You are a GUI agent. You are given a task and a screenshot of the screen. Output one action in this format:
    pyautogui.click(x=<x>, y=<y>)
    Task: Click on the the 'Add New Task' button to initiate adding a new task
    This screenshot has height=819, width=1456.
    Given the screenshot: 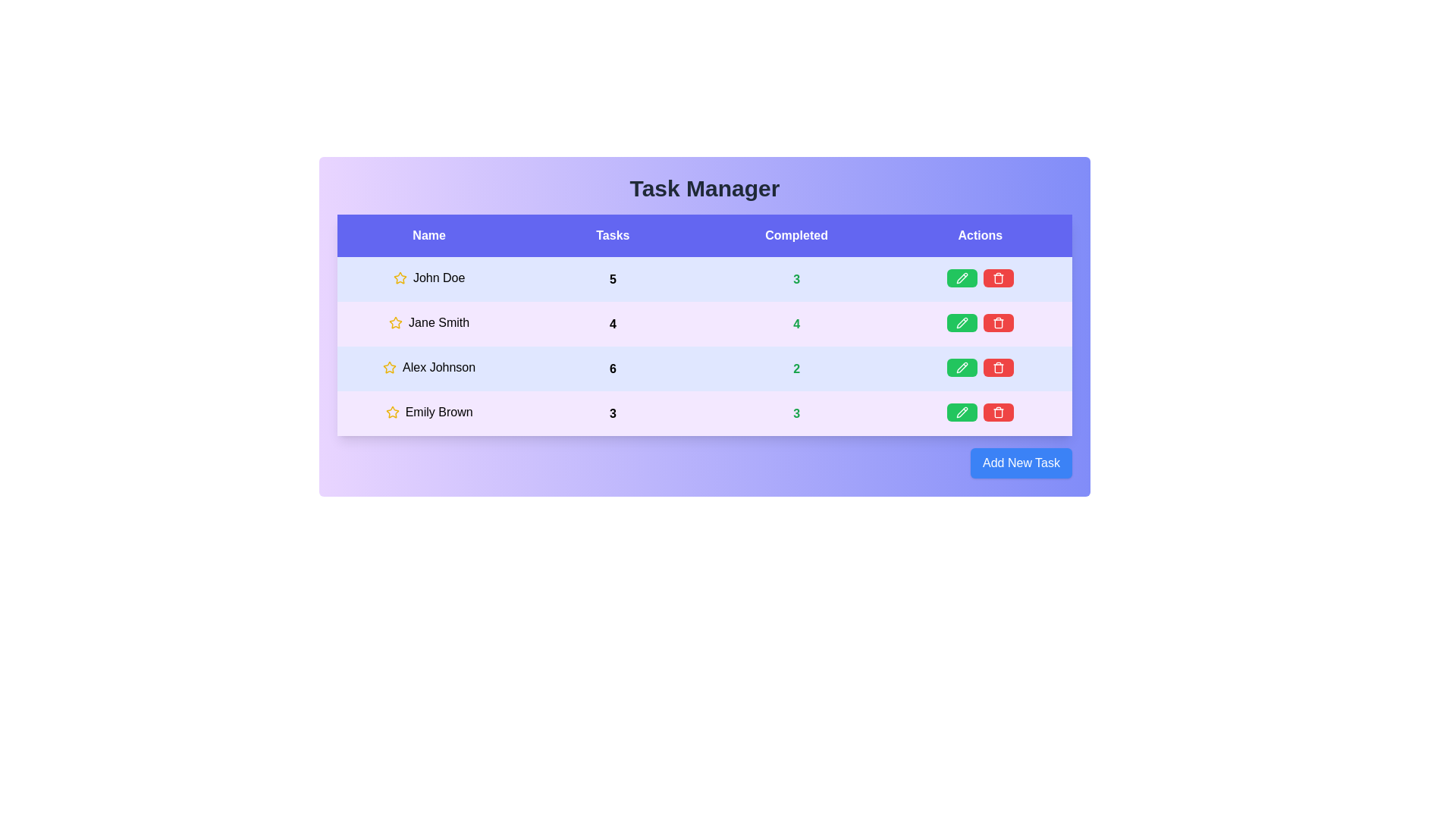 What is the action you would take?
    pyautogui.click(x=1021, y=462)
    